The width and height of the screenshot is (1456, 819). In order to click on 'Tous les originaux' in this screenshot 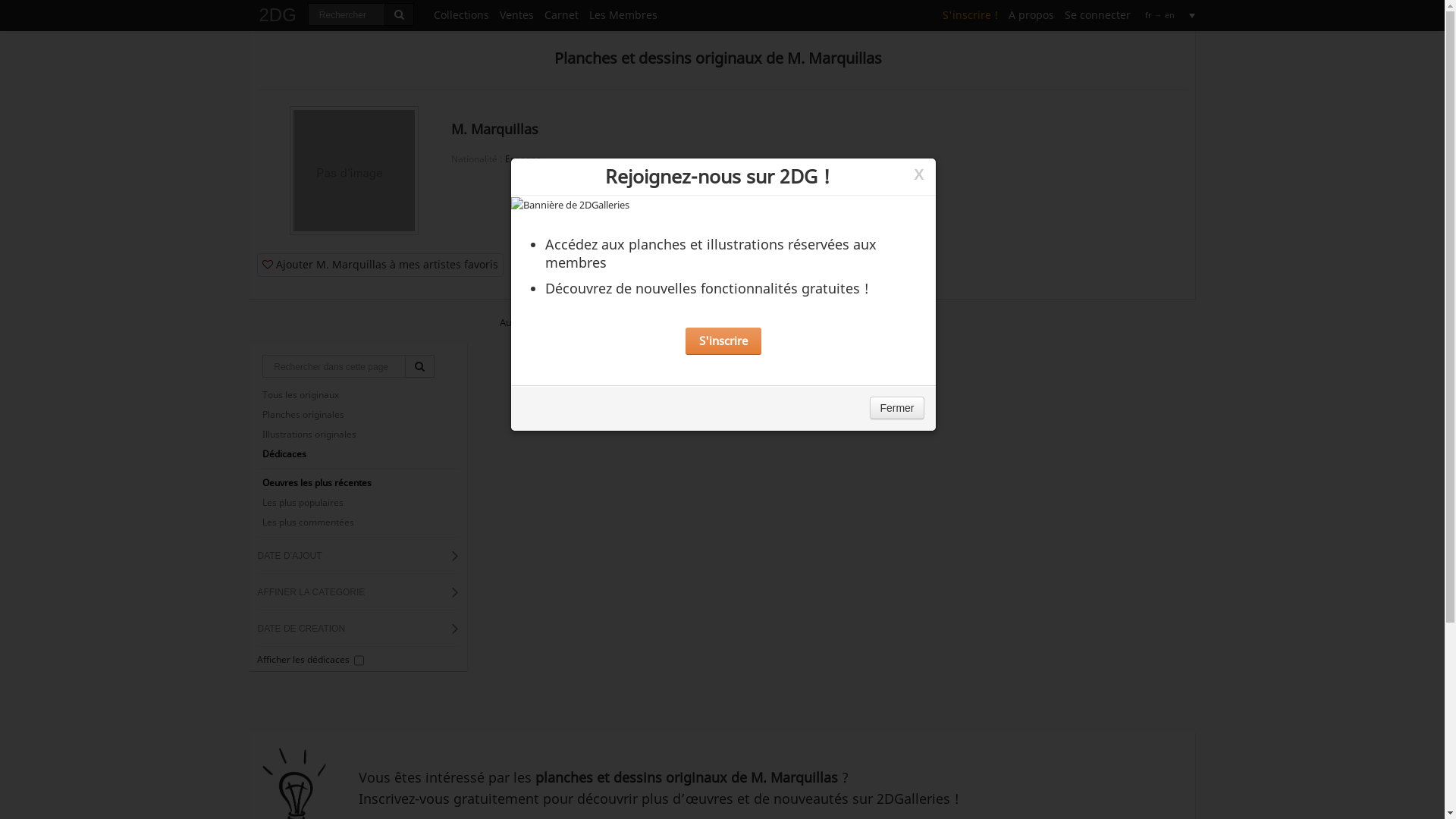, I will do `click(356, 394)`.